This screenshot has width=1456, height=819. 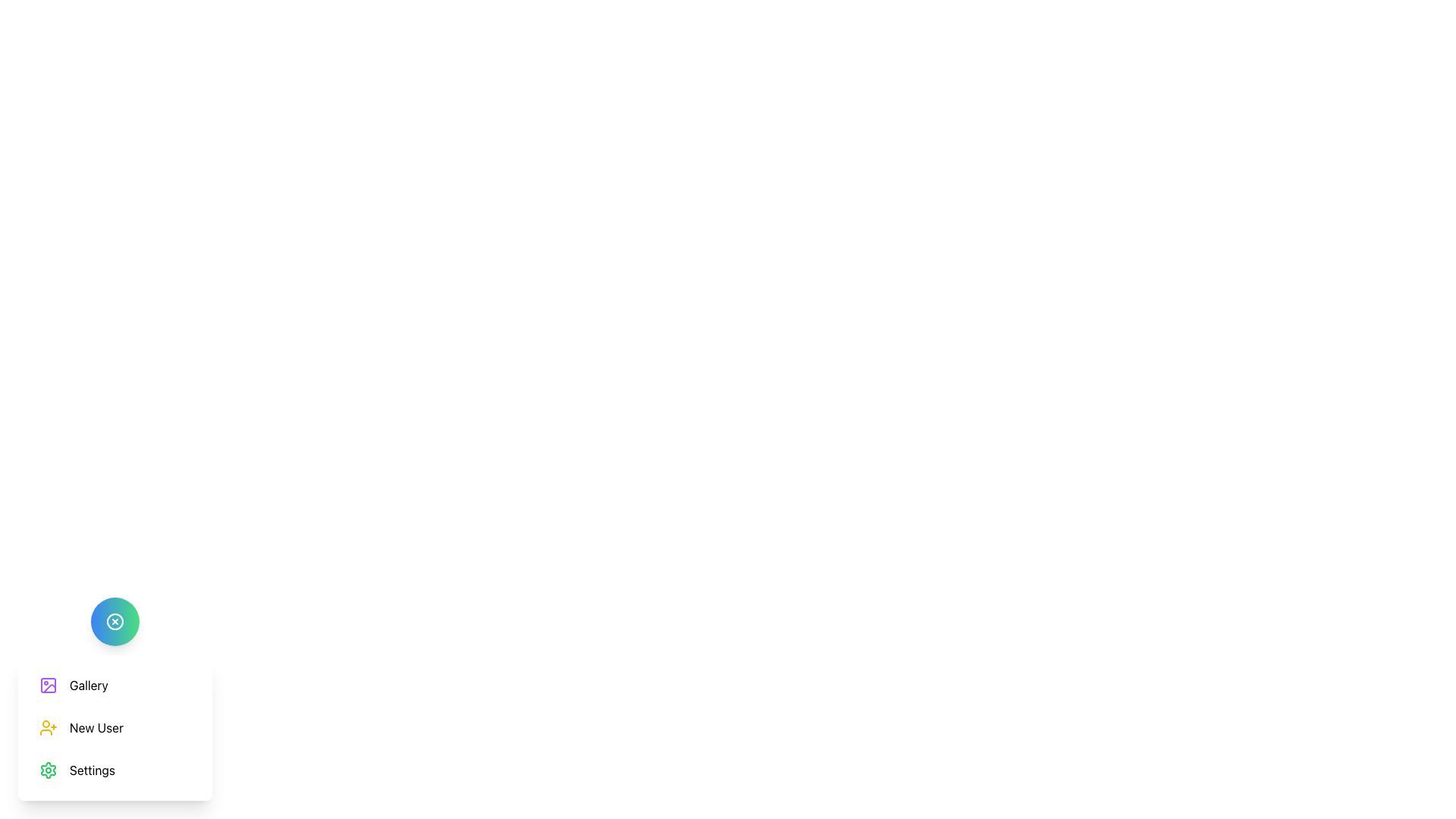 I want to click on the green cogwheel icon located to the left of the 'Settings' text in the dropdown menu, so click(x=48, y=770).